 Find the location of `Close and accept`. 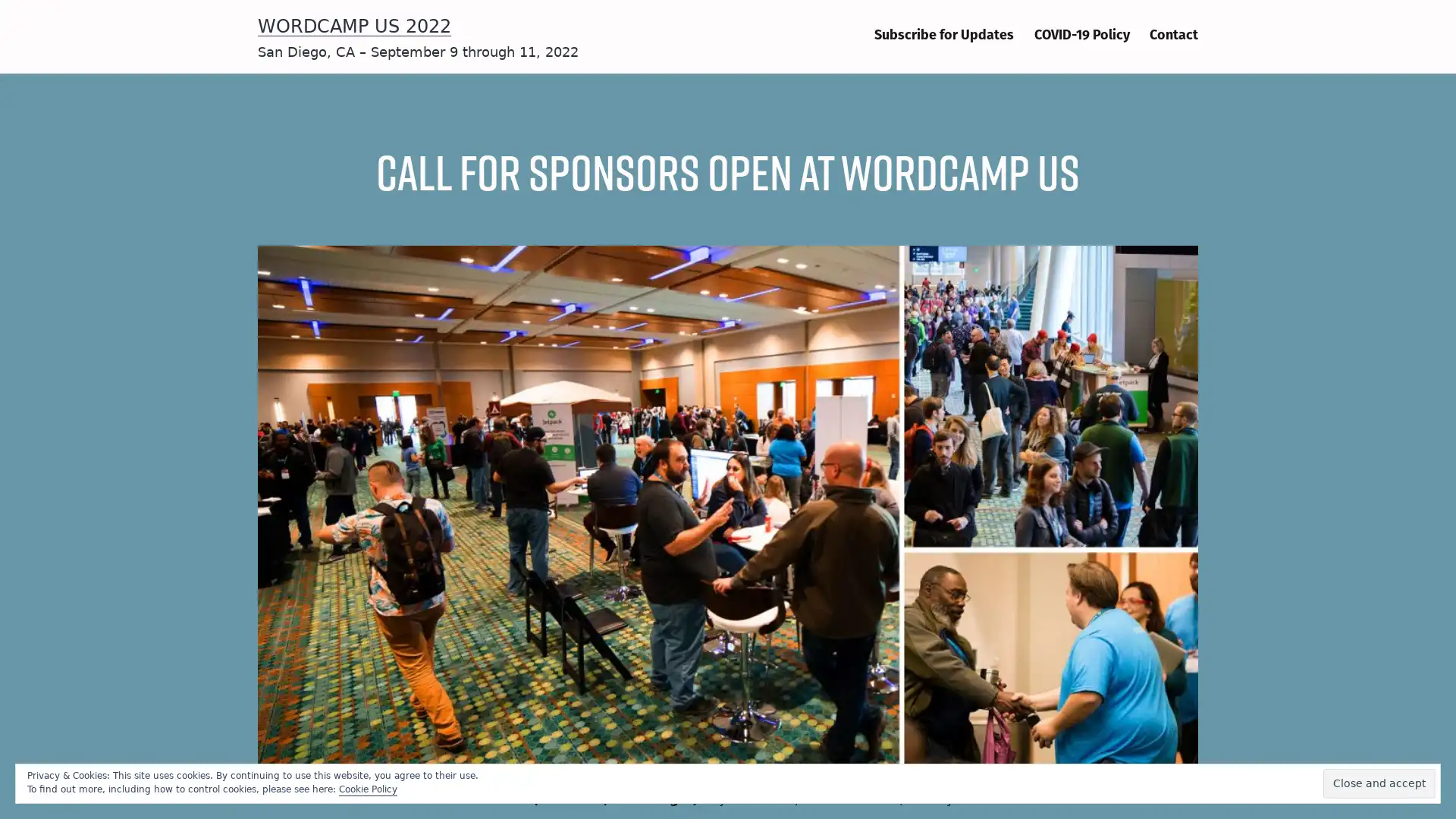

Close and accept is located at coordinates (1379, 783).